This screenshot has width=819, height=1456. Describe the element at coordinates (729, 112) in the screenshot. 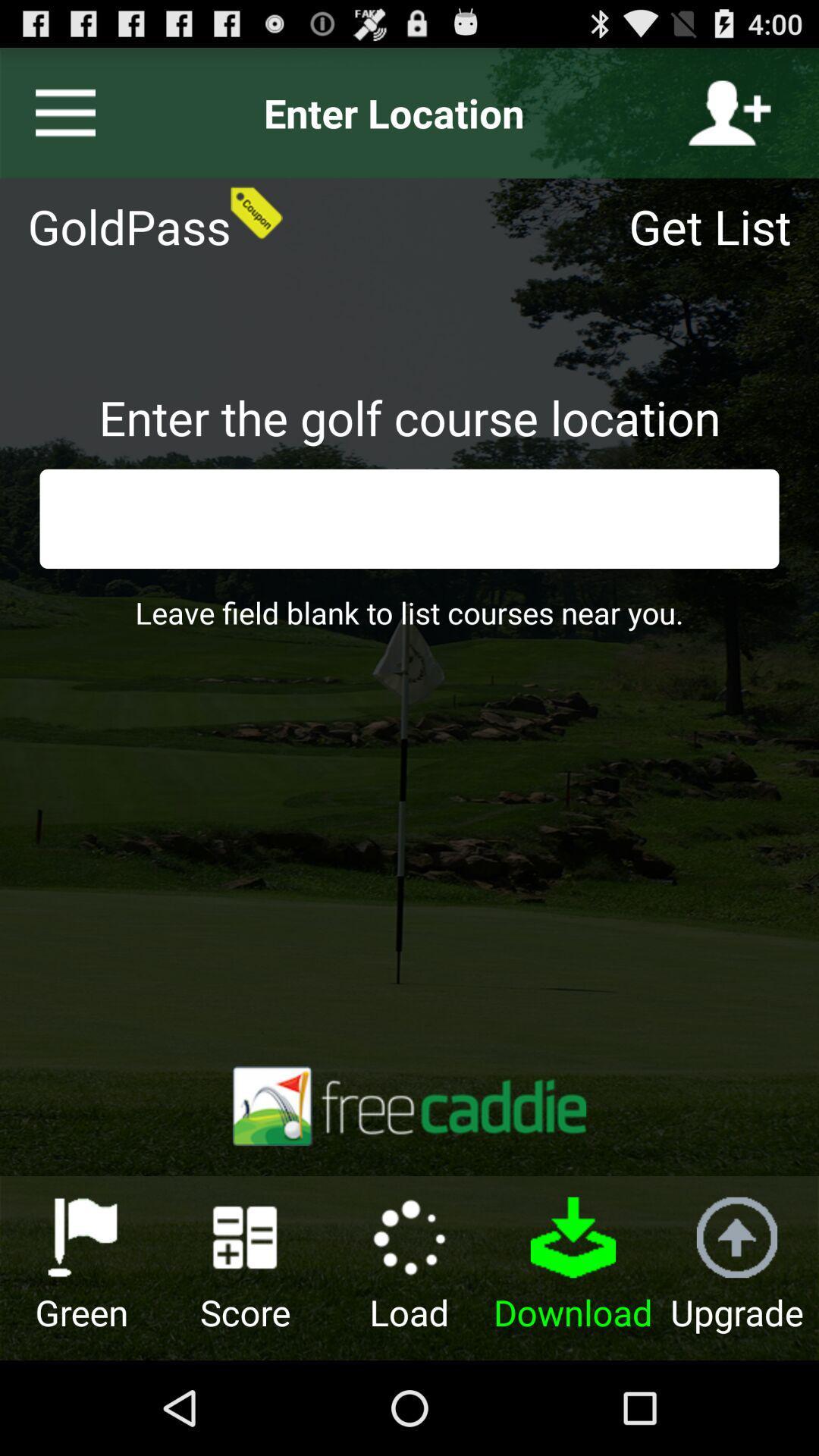

I see `your location` at that location.